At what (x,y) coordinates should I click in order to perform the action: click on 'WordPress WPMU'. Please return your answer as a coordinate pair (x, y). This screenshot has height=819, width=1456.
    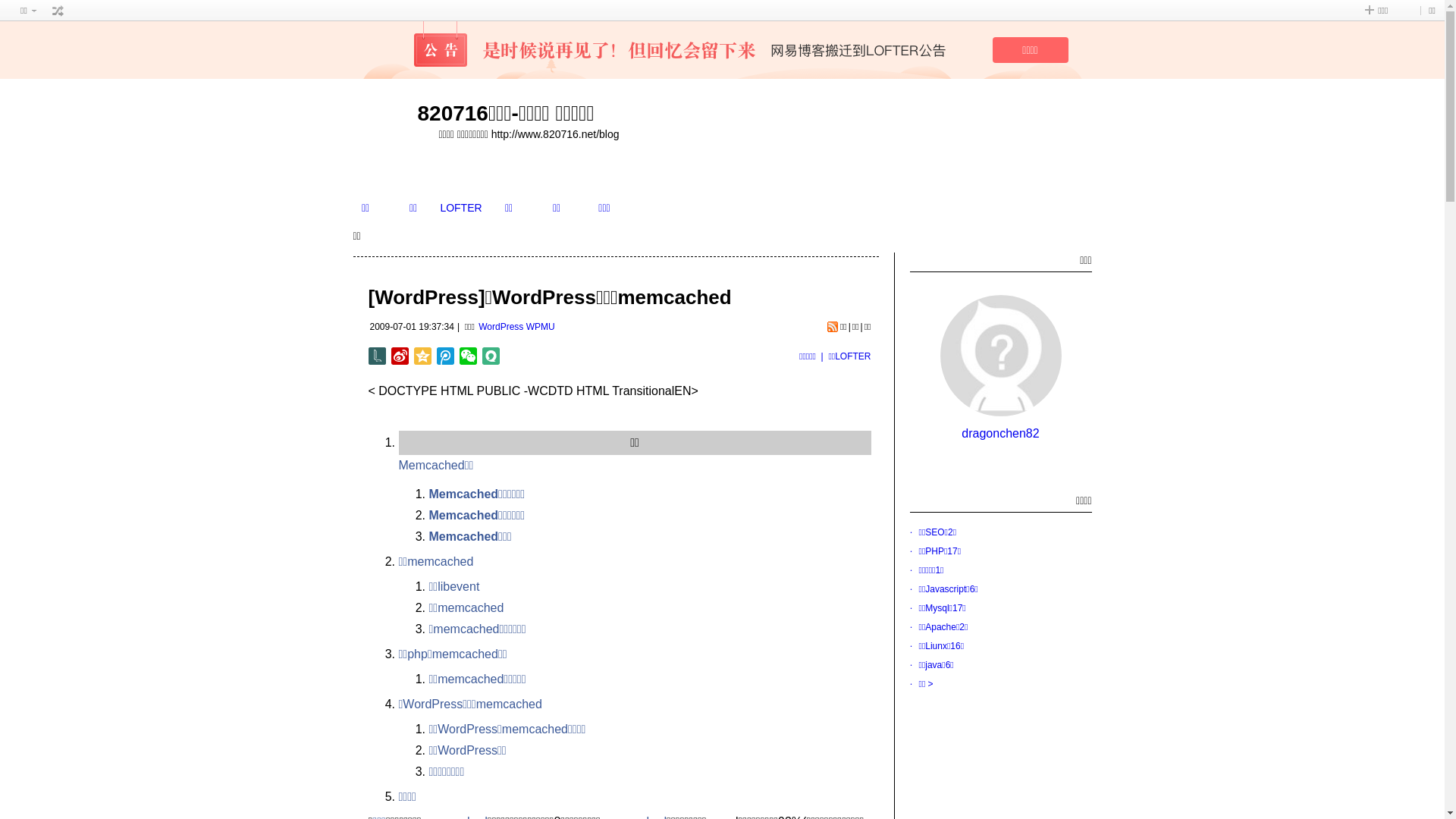
    Looking at the image, I should click on (516, 326).